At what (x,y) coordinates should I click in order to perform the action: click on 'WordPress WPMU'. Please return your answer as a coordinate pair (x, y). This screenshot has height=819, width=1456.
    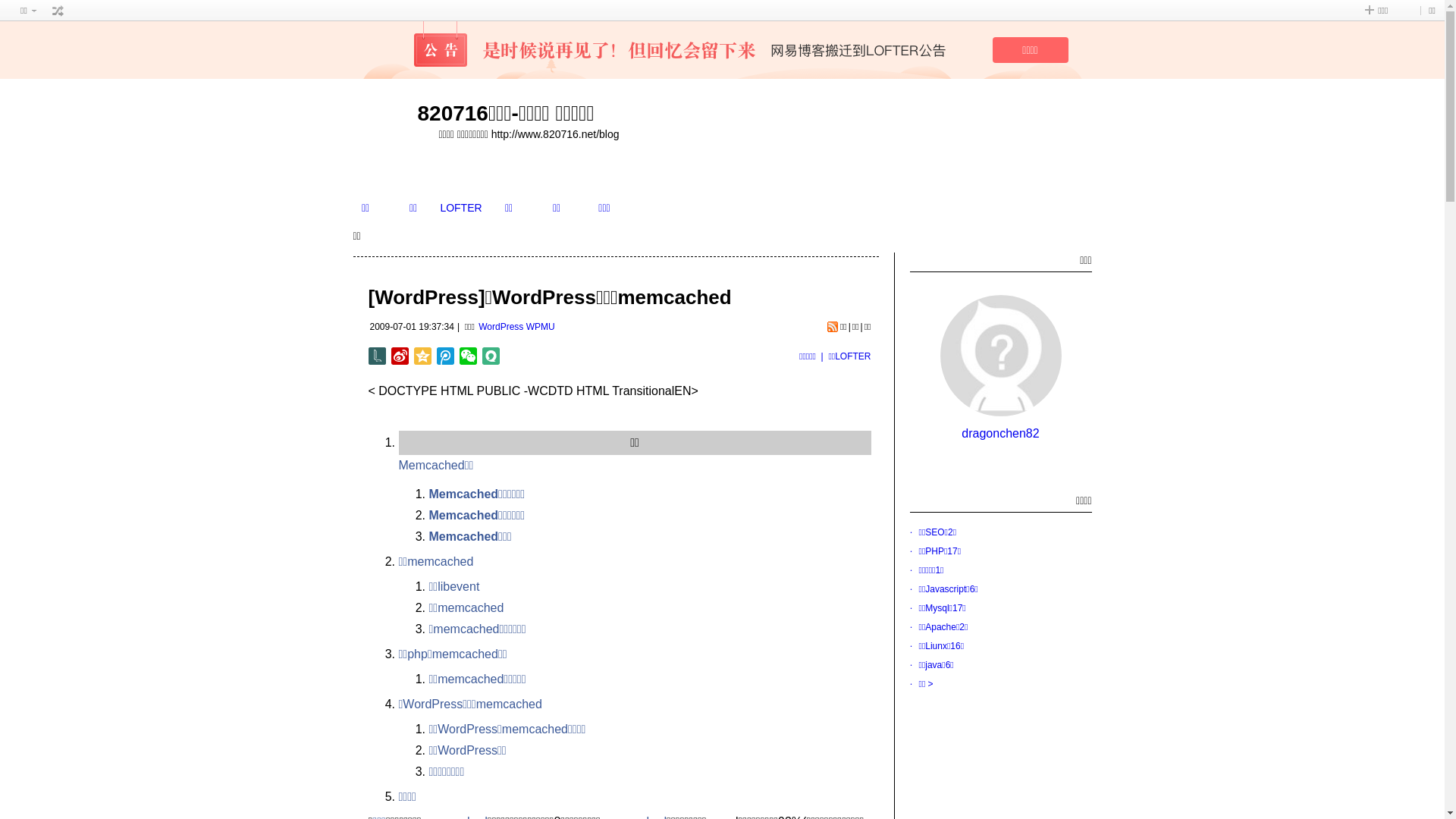
    Looking at the image, I should click on (516, 326).